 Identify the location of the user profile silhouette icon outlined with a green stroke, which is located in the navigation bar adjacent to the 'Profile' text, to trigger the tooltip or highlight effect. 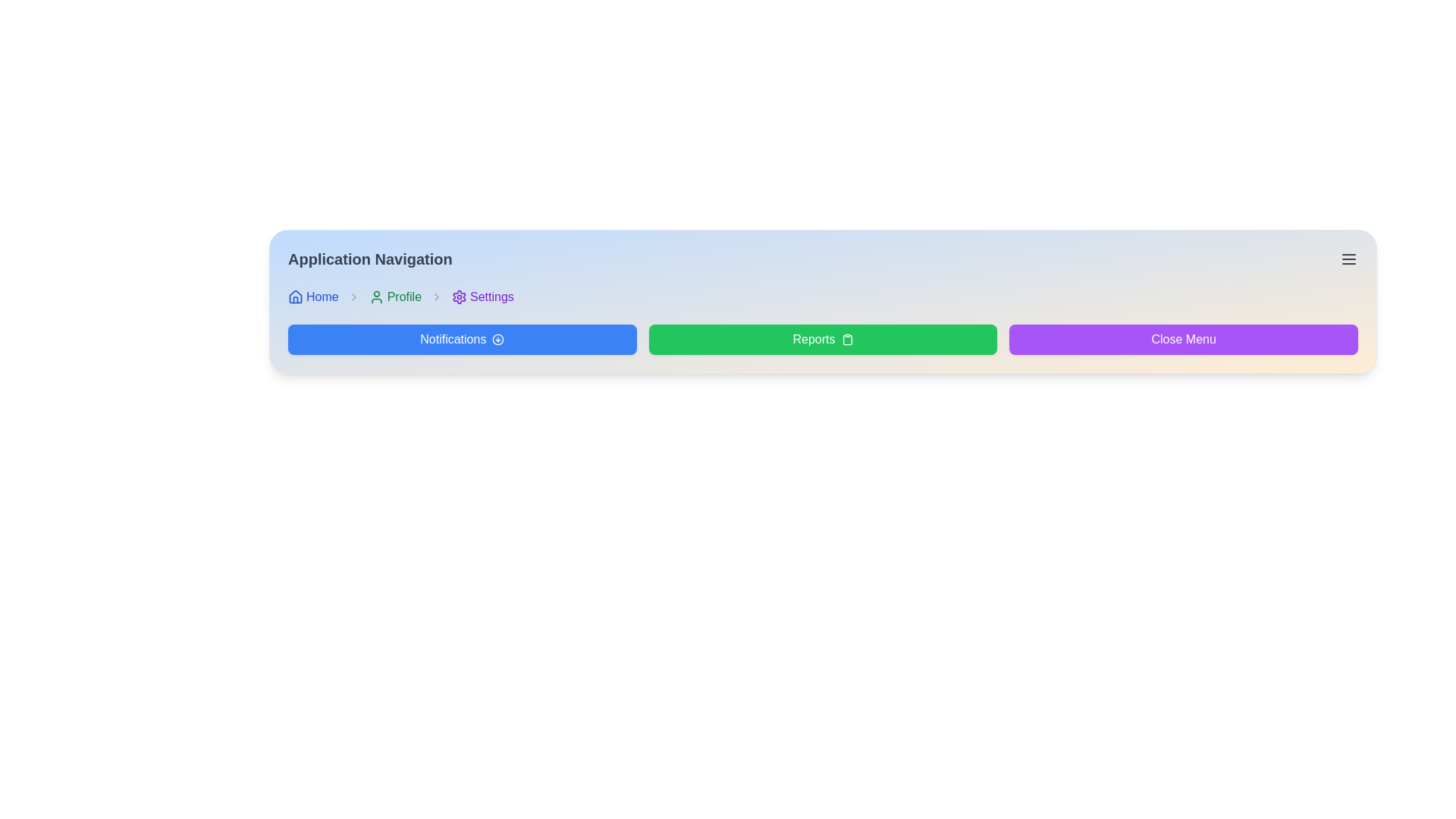
(376, 297).